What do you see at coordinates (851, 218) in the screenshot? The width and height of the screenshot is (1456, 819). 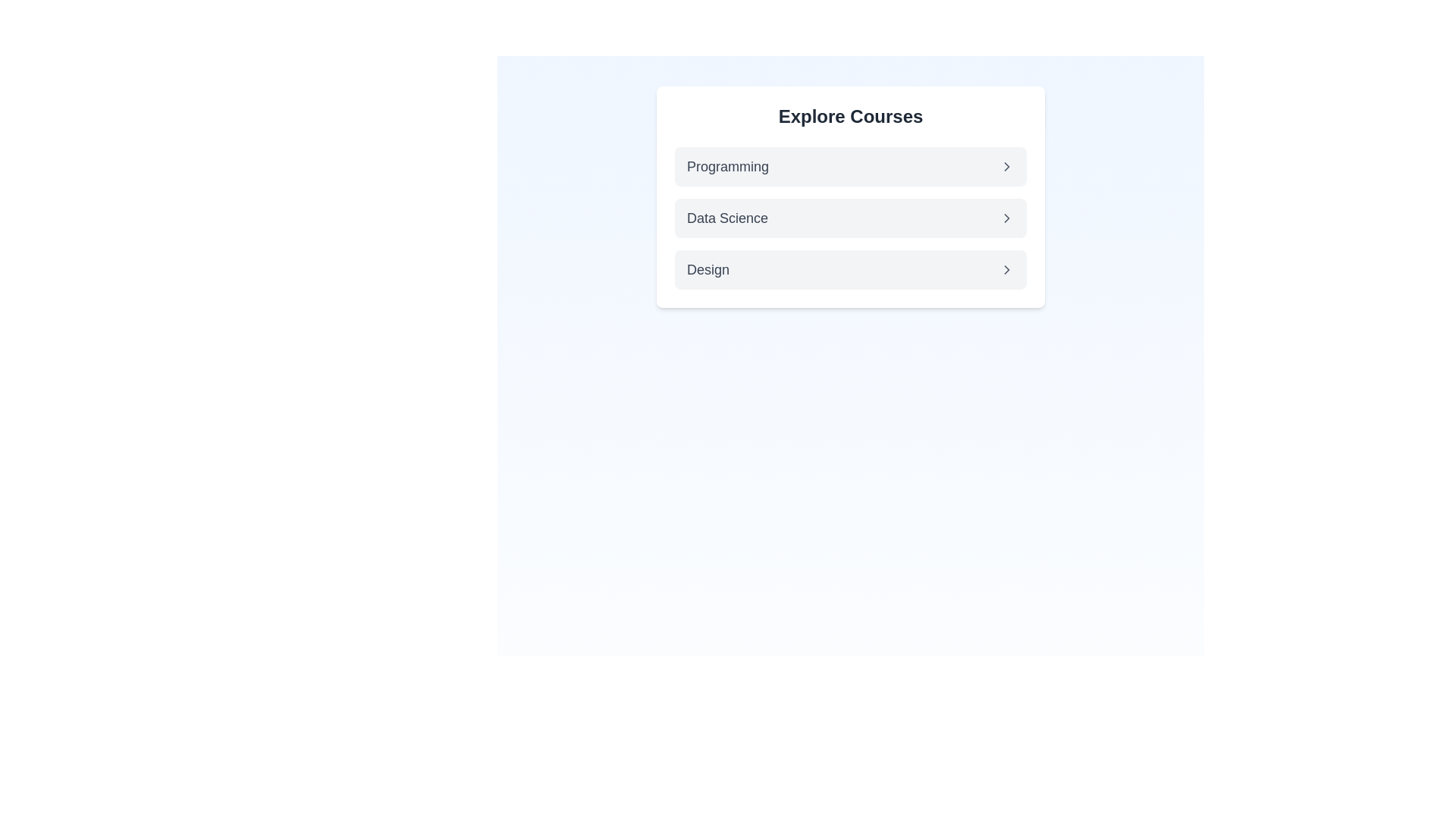 I see `the 'Data Science' button, which is the second entry under the 'Explore Courses' section` at bounding box center [851, 218].